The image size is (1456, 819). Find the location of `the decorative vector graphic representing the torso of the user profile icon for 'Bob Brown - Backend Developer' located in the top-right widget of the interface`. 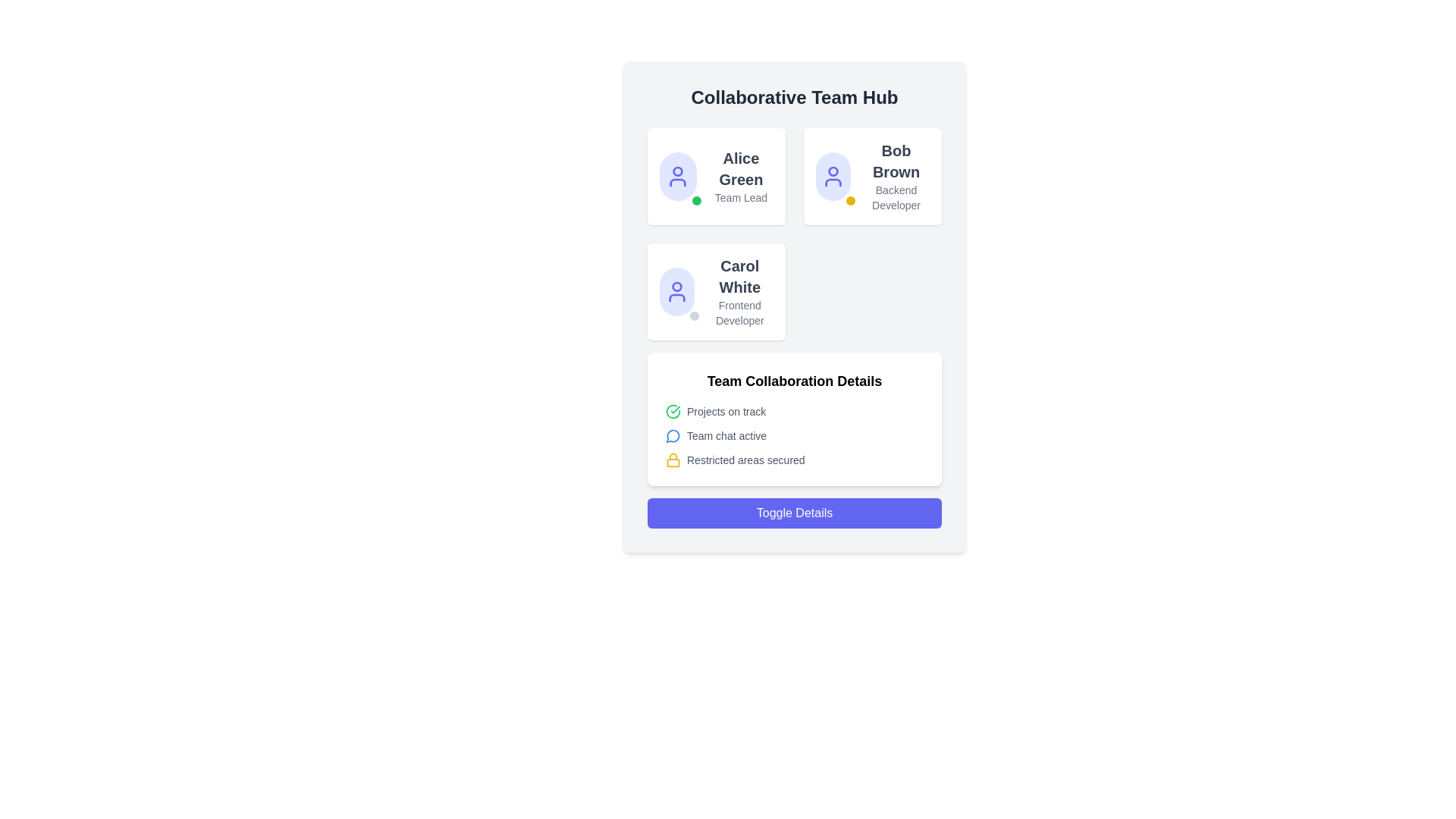

the decorative vector graphic representing the torso of the user profile icon for 'Bob Brown - Backend Developer' located in the top-right widget of the interface is located at coordinates (833, 181).